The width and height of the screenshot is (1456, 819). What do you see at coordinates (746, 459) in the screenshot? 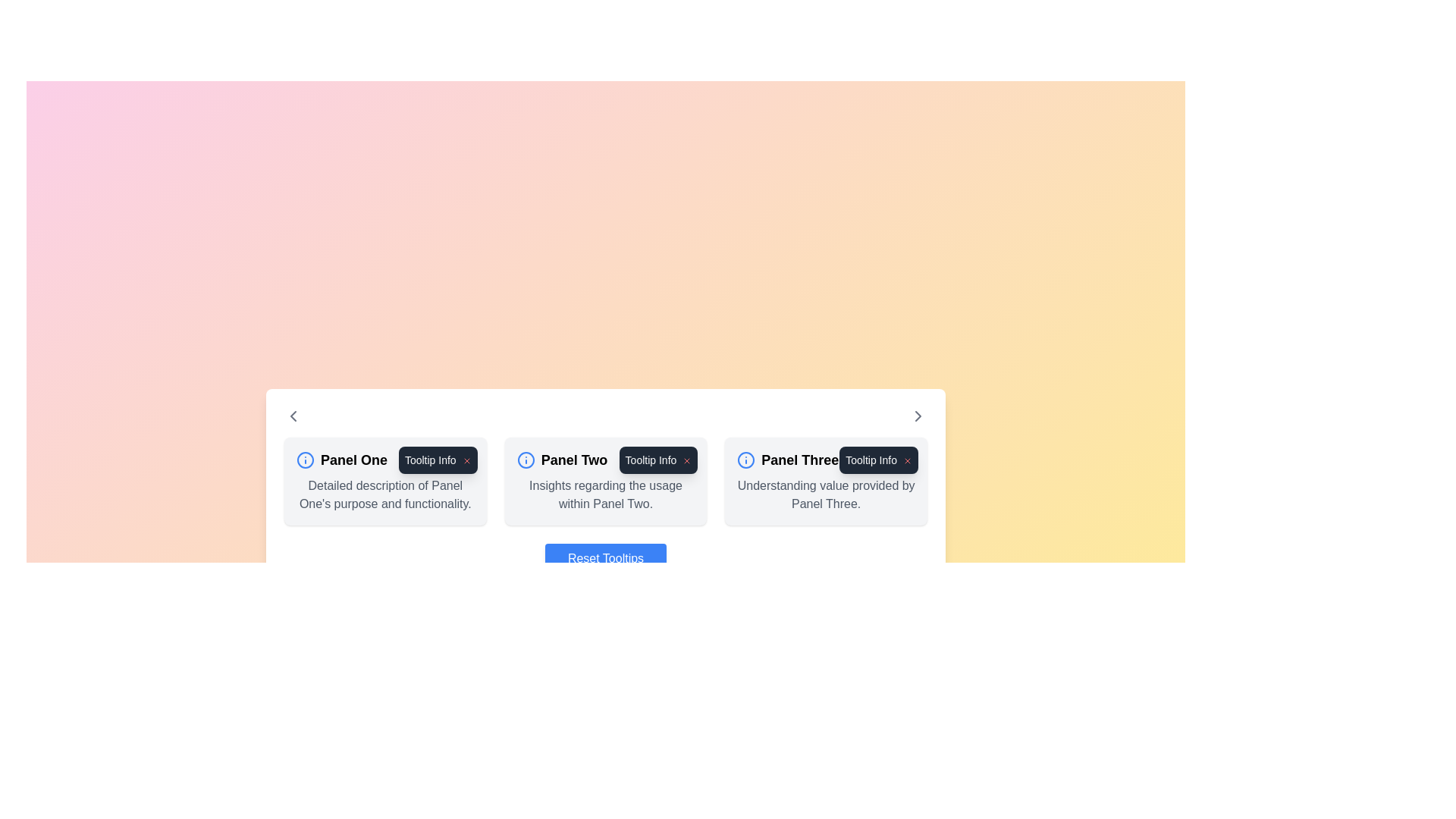
I see `the informational icon located at the top-left corner of 'Panel Three', which provides additional details or context when interacted with` at bounding box center [746, 459].